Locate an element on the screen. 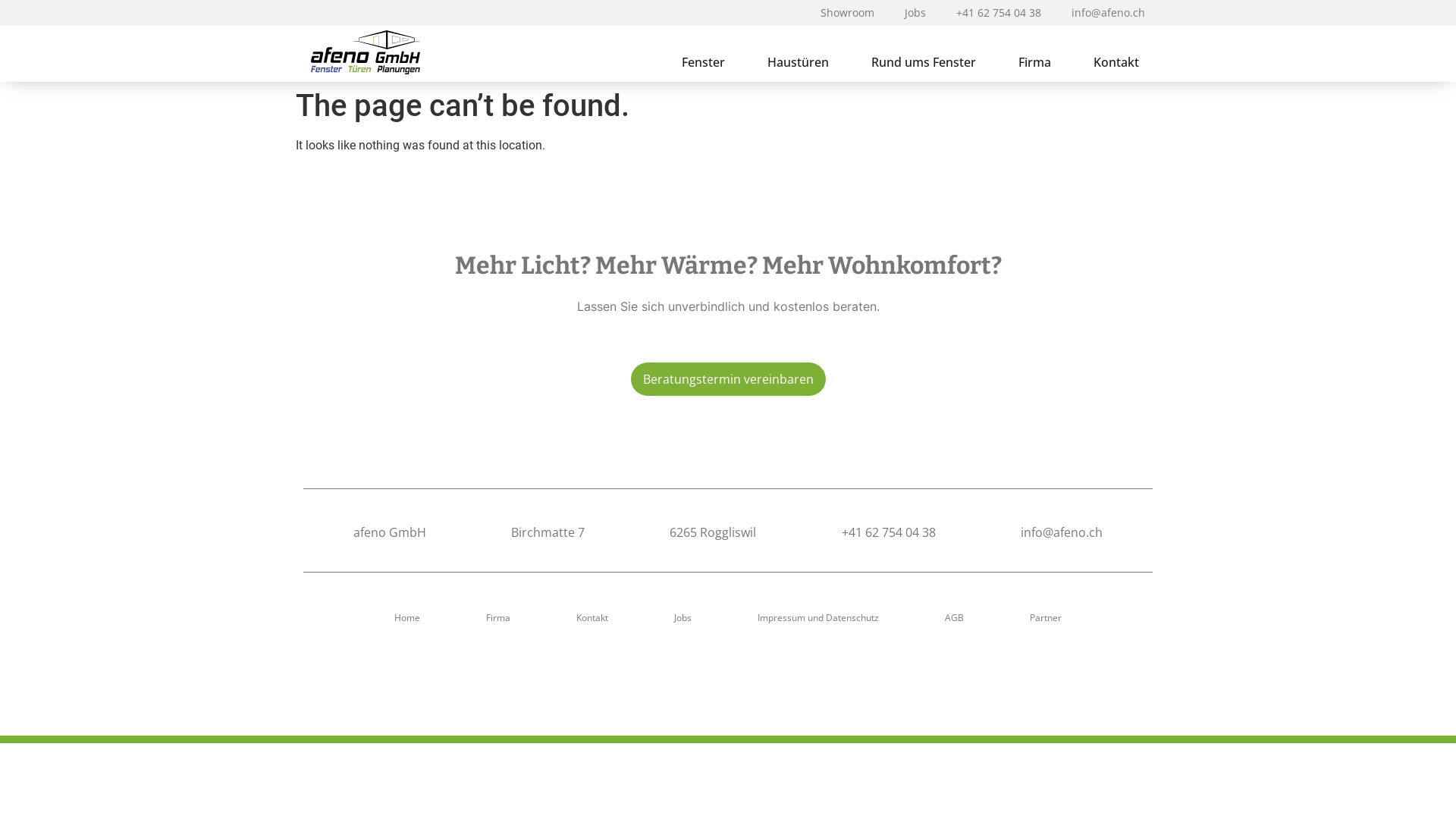  'Fenster' is located at coordinates (660, 61).